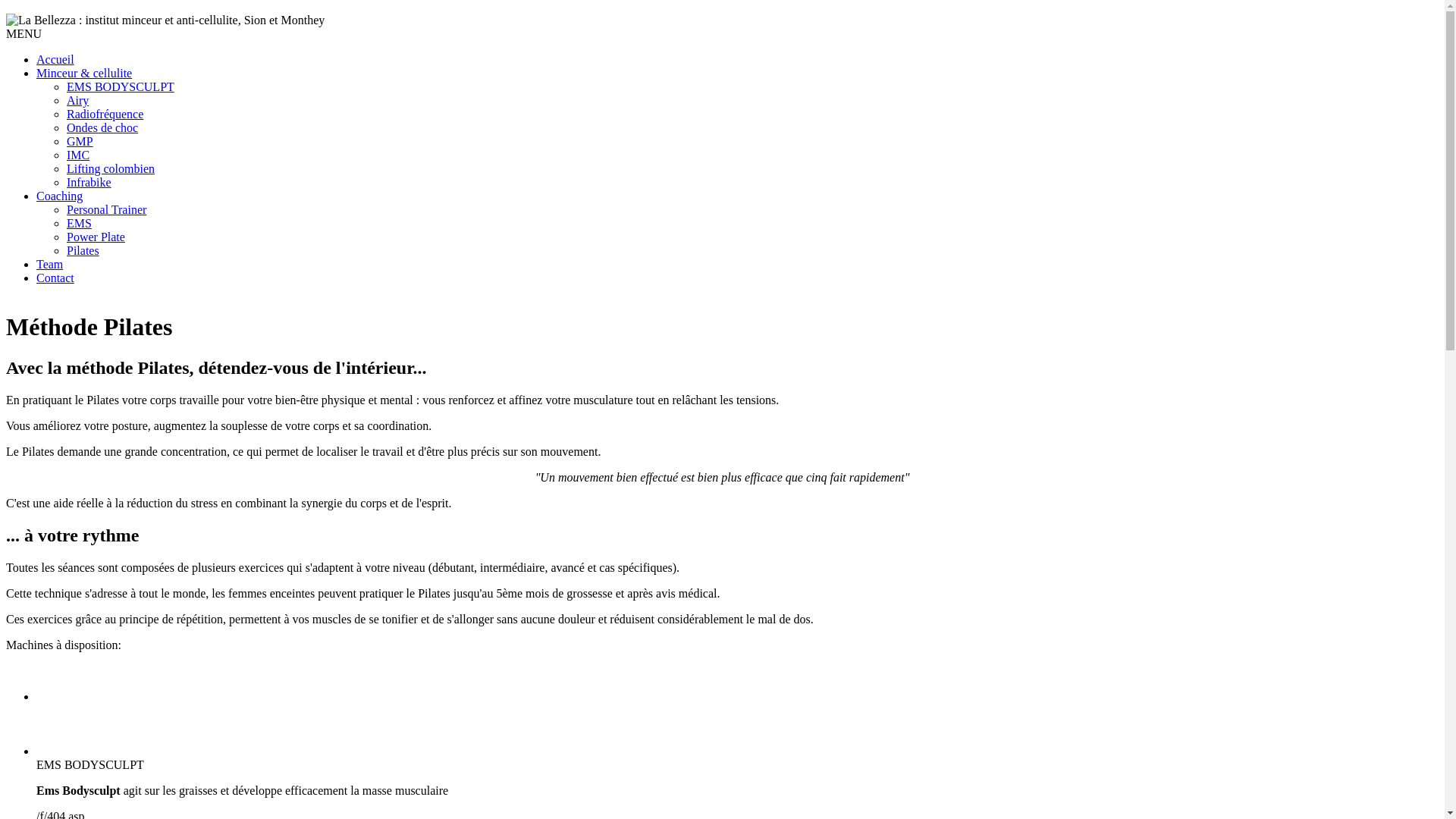 The width and height of the screenshot is (1456, 819). Describe the element at coordinates (59, 195) in the screenshot. I see `'Coaching'` at that location.